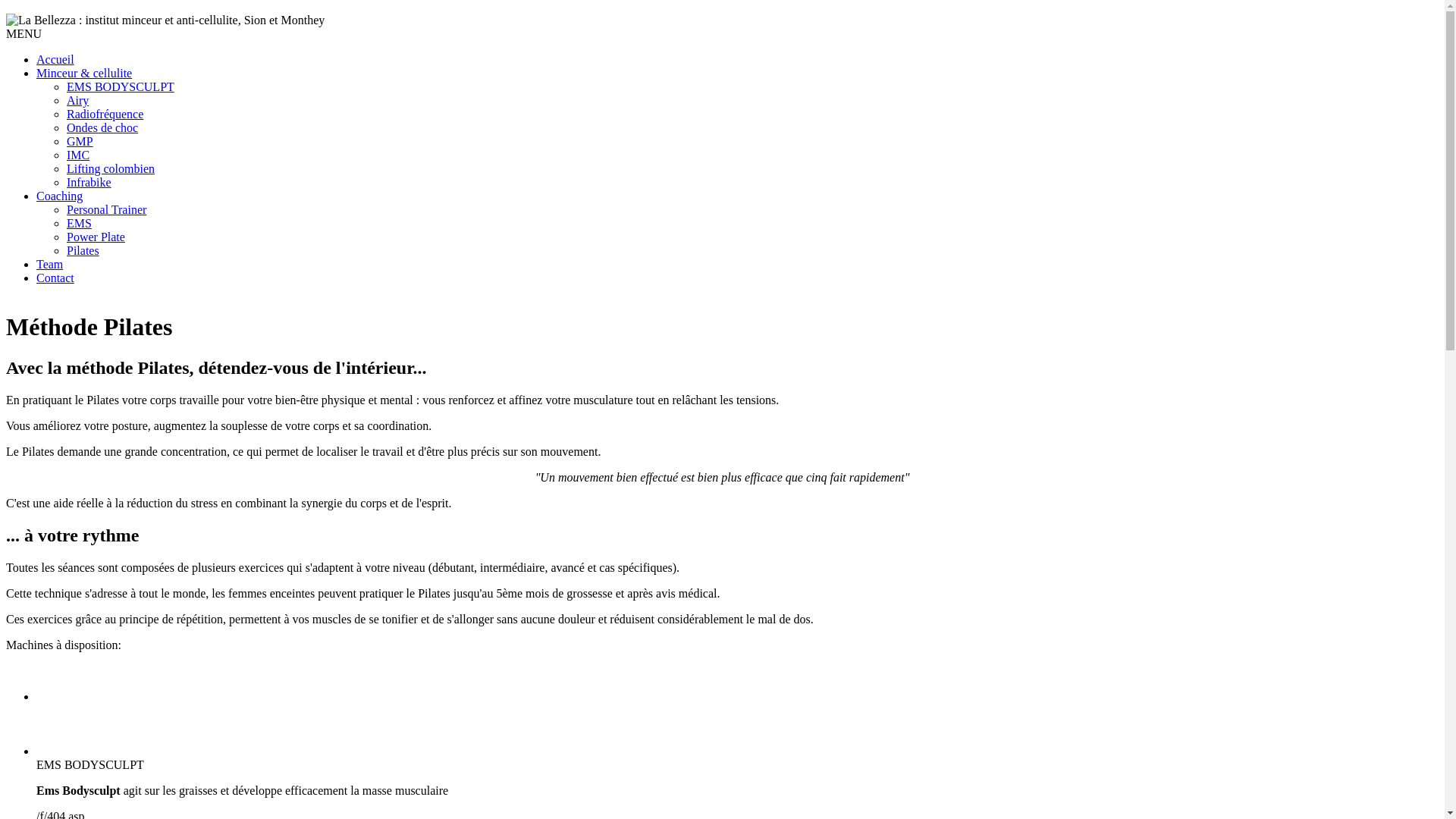 The width and height of the screenshot is (1456, 819). Describe the element at coordinates (59, 195) in the screenshot. I see `'Coaching'` at that location.